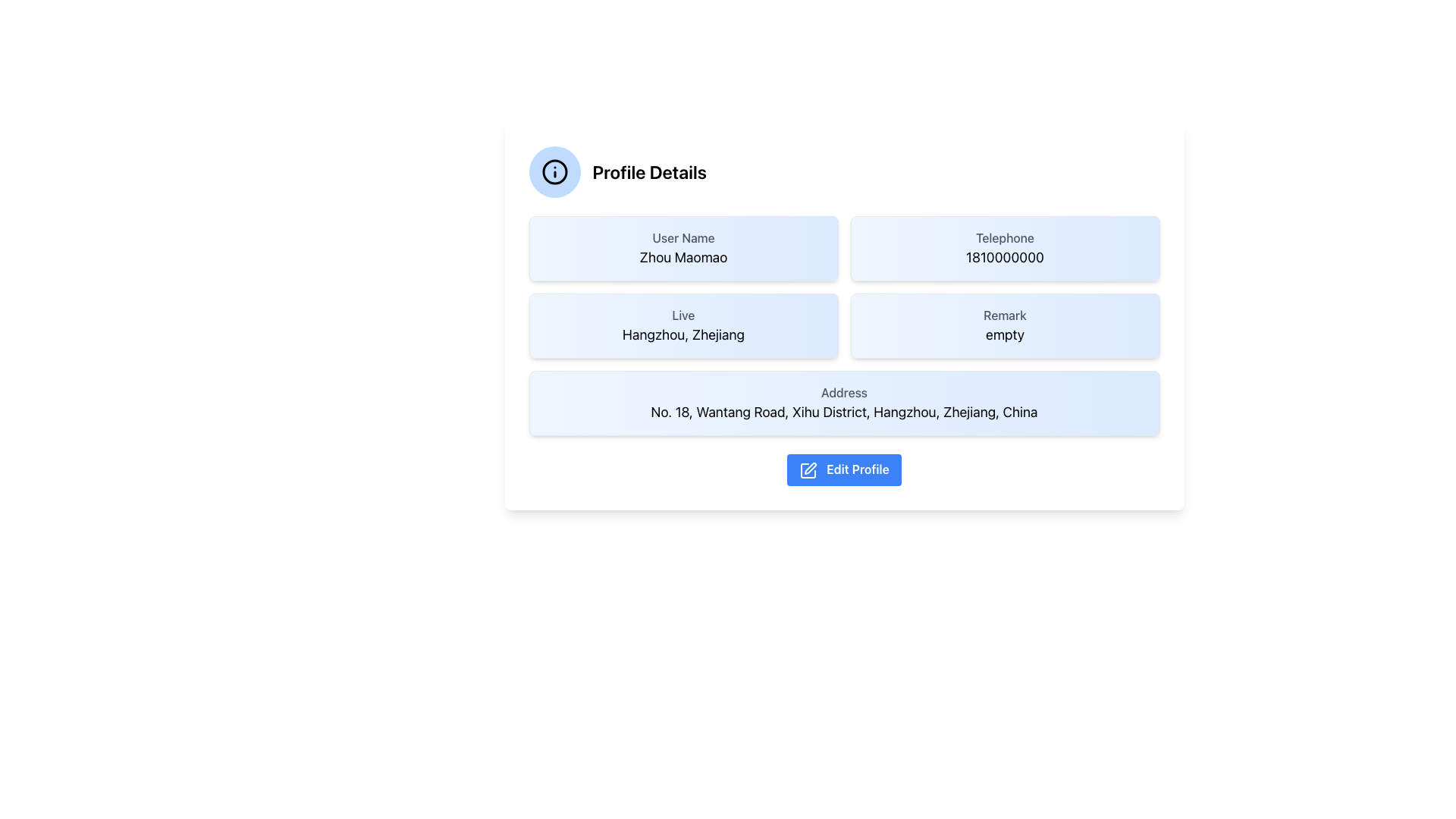 The image size is (1456, 819). What do you see at coordinates (808, 469) in the screenshot?
I see `the visual design of the pen icon overlaying the 'Edit Profile' button, which features a minimalist line style and is positioned to the left of the button's text` at bounding box center [808, 469].